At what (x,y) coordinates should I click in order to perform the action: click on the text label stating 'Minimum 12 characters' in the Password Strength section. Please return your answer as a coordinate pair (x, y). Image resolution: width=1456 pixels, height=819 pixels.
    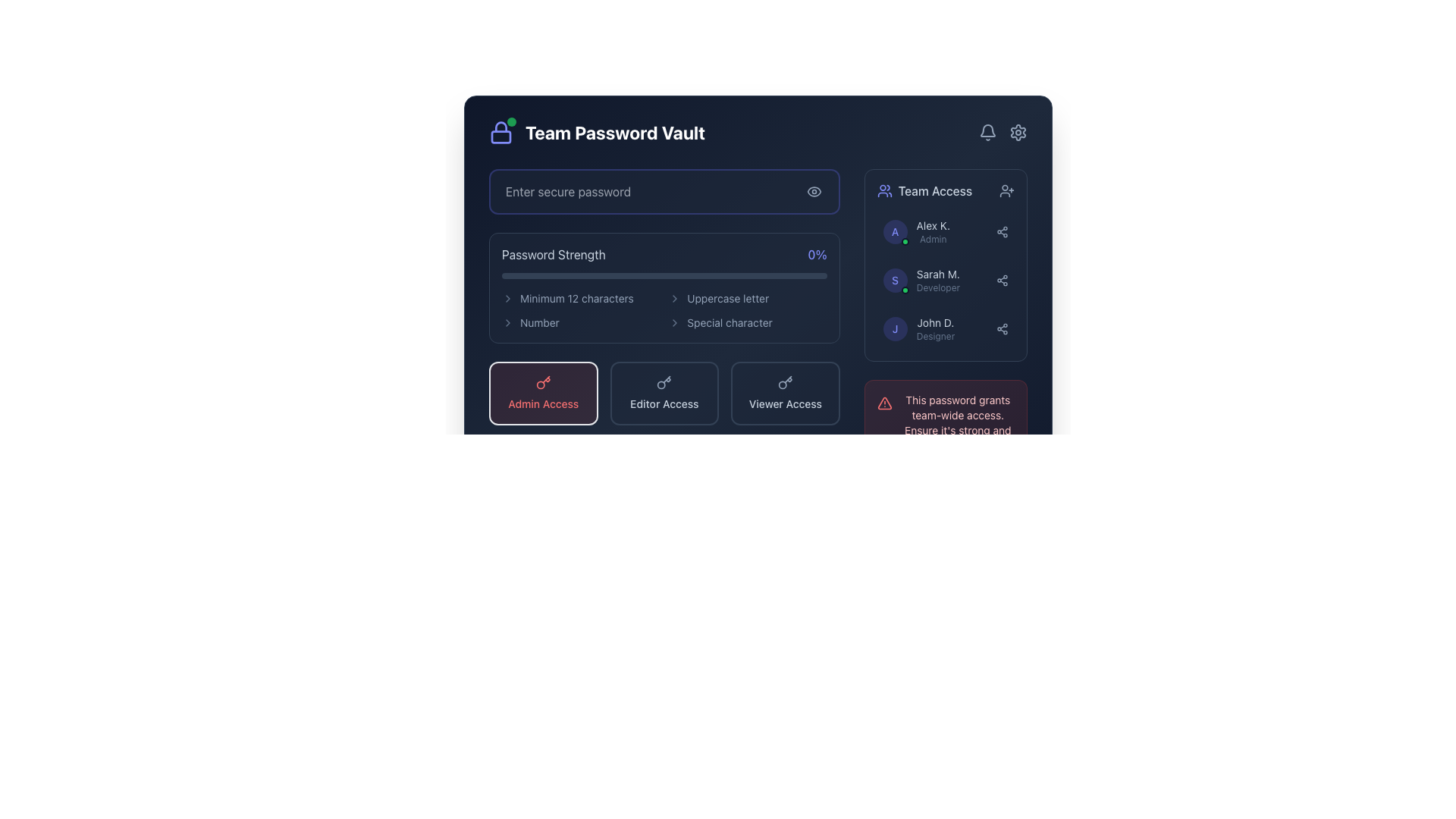
    Looking at the image, I should click on (580, 298).